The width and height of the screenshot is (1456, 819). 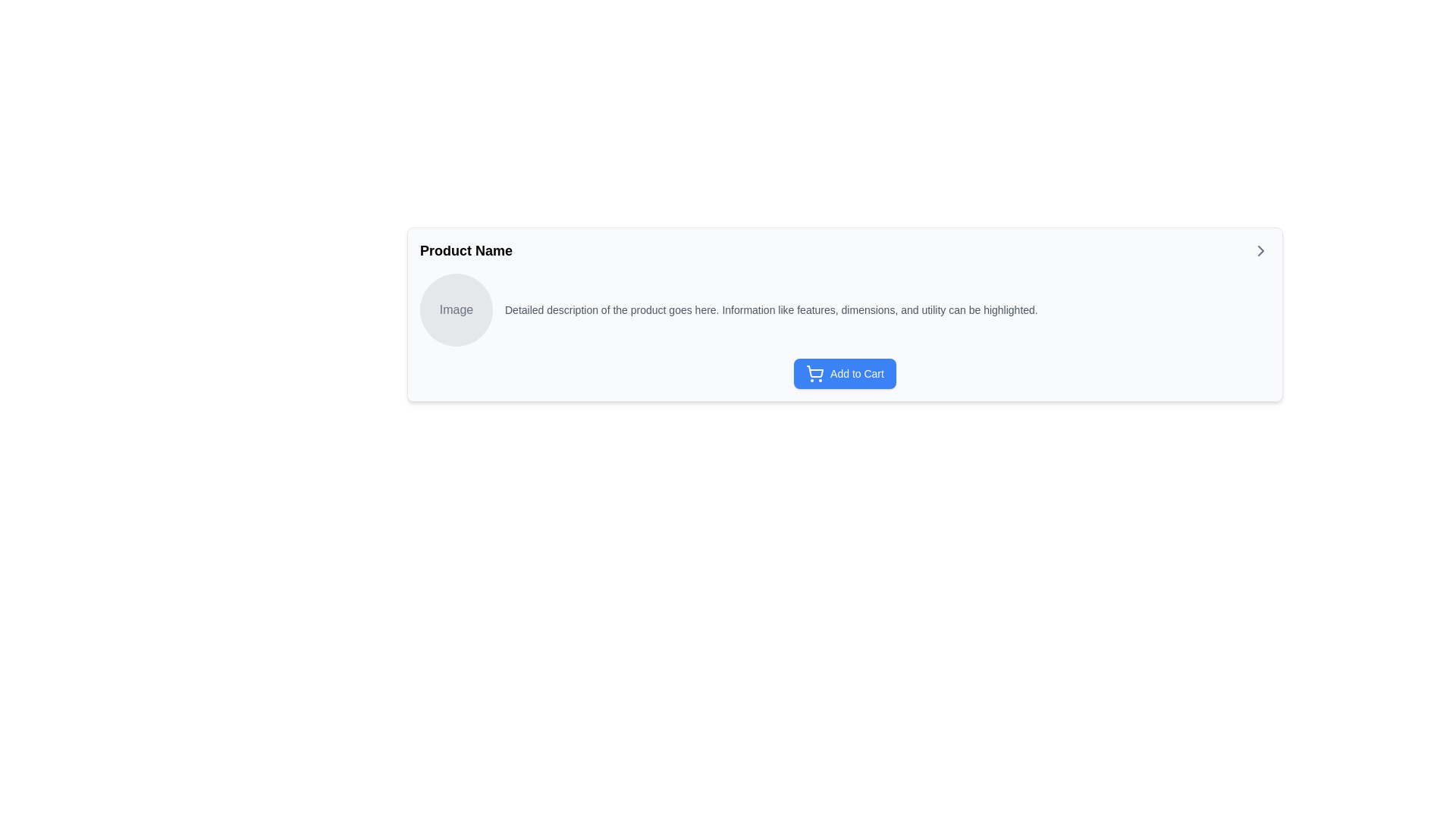 What do you see at coordinates (771, 309) in the screenshot?
I see `the text block containing the phrase 'Detailed description of the product goes here. Information like features, dimensions, and utility can be highlighted.' which is styled in a smaller gray font and located to the right of the image placeholder` at bounding box center [771, 309].